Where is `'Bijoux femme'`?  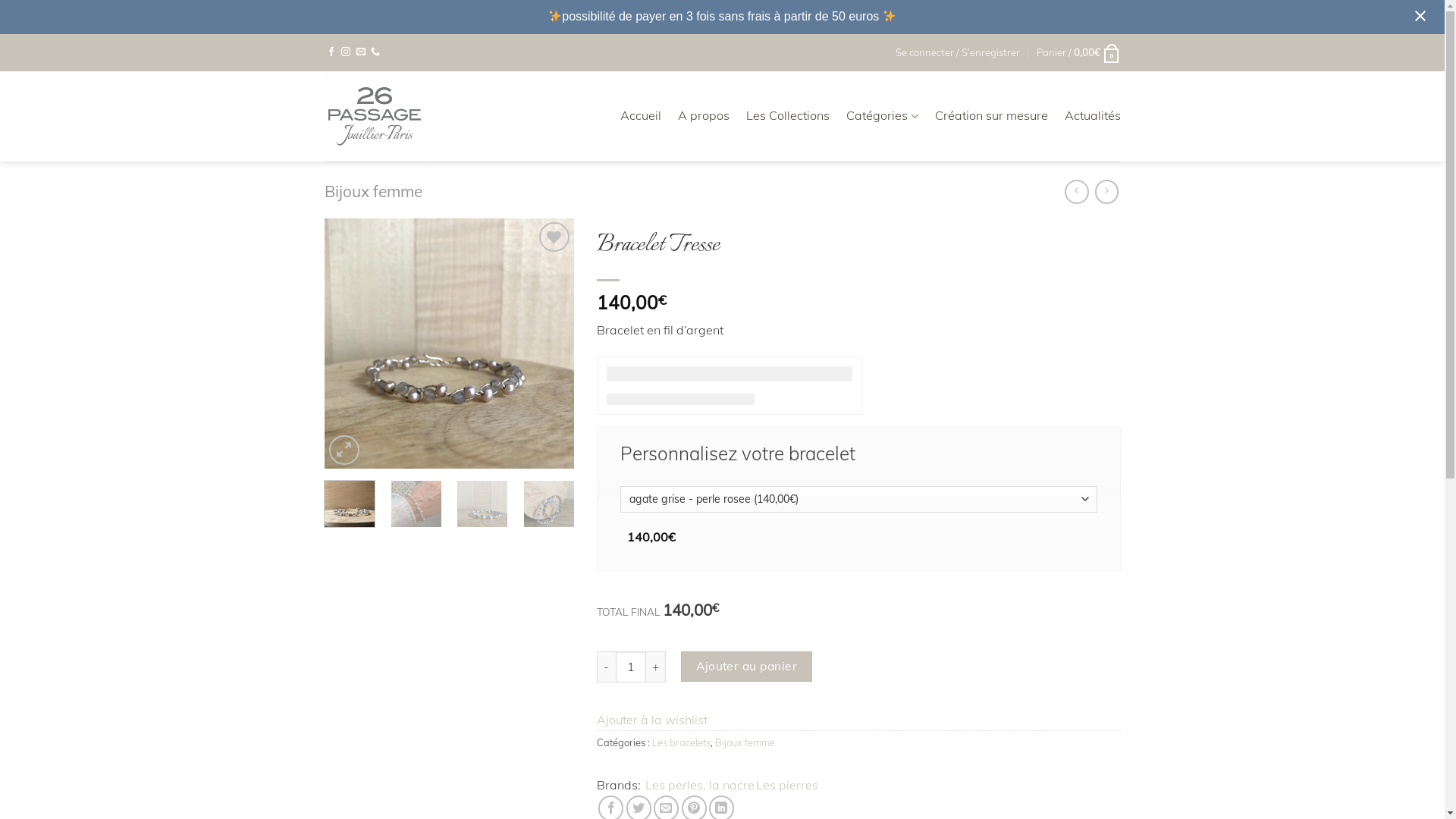 'Bijoux femme' is located at coordinates (745, 742).